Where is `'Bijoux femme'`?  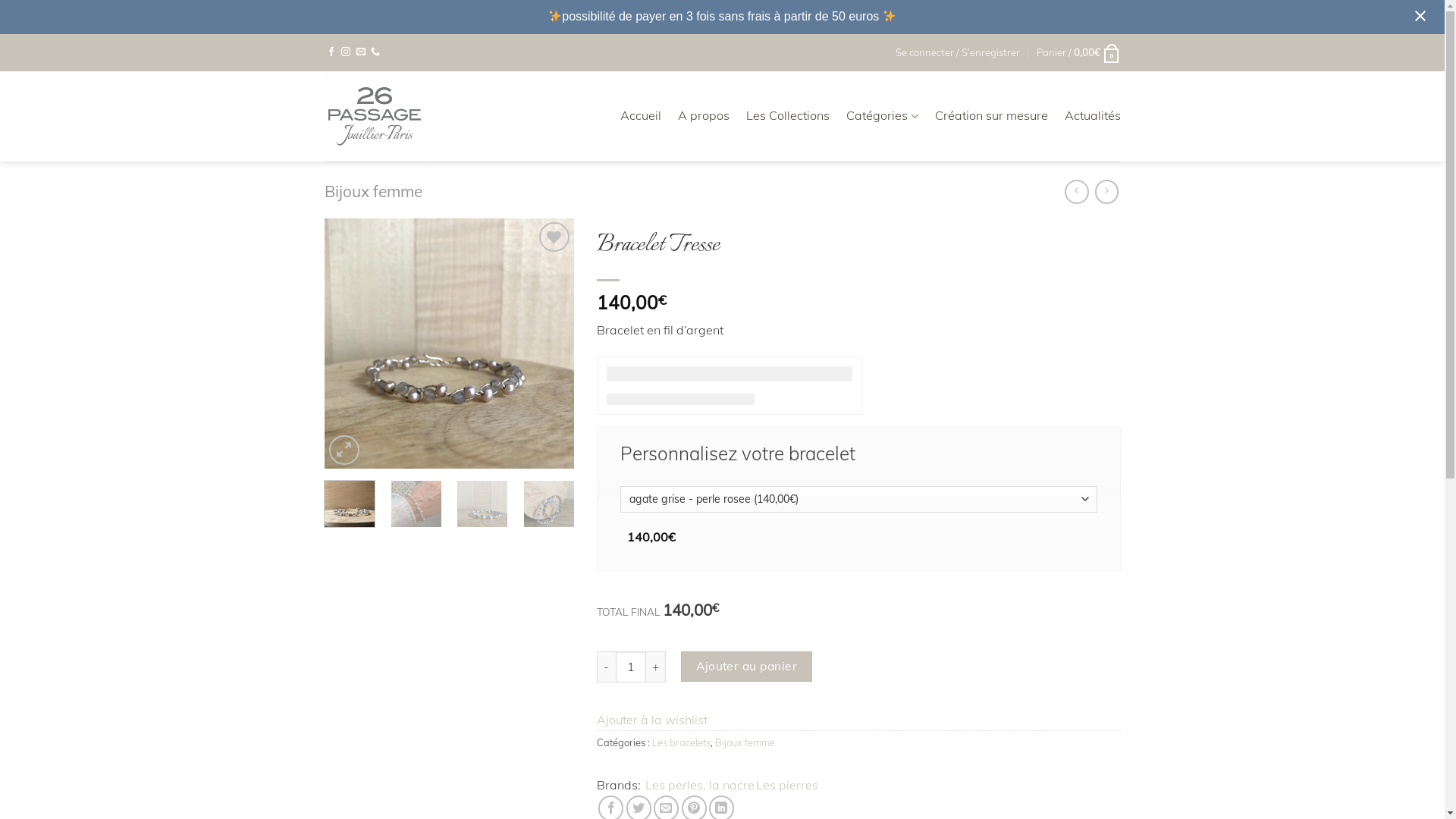 'Bijoux femme' is located at coordinates (745, 742).